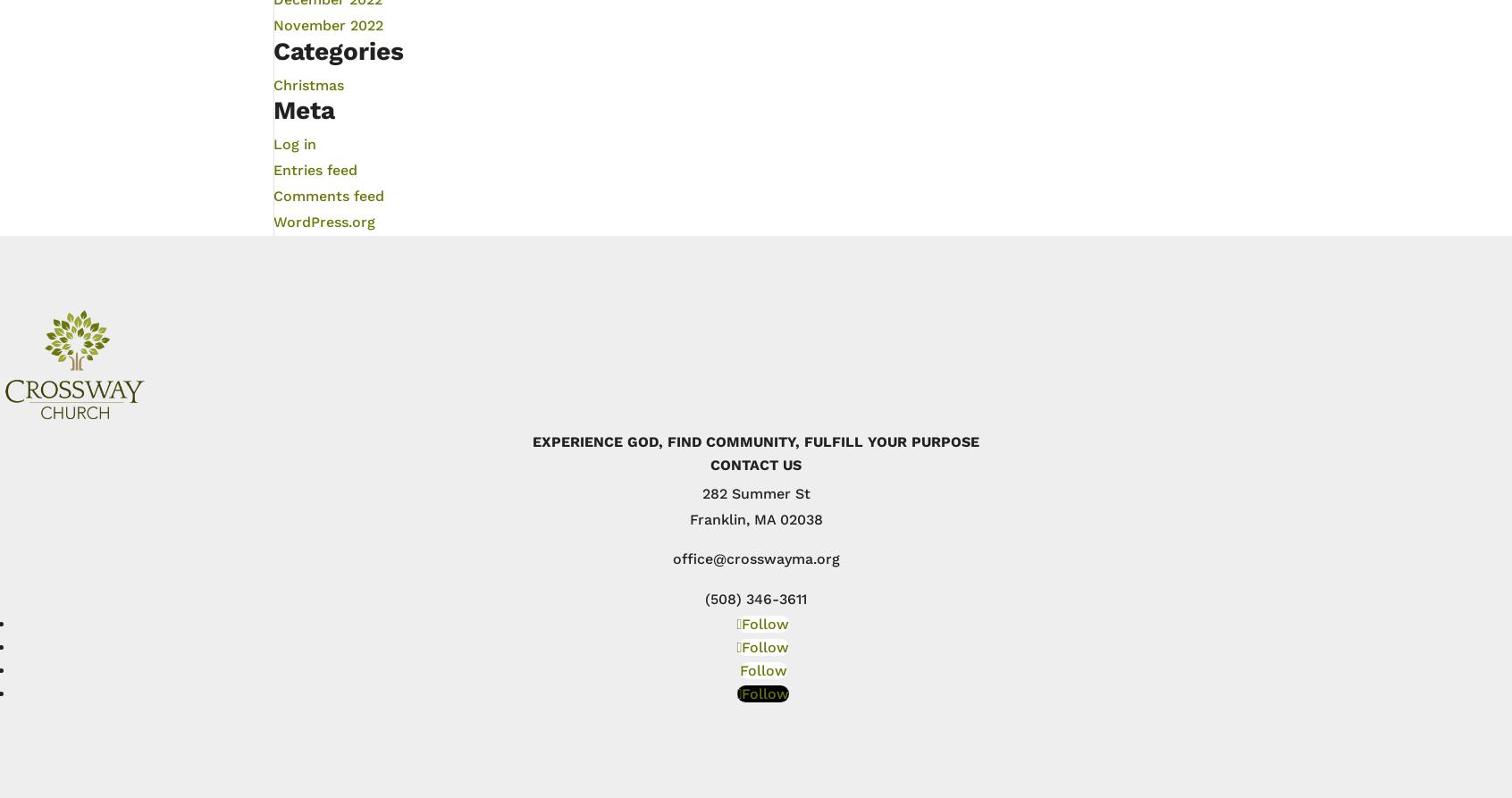  Describe the element at coordinates (756, 440) in the screenshot. I see `'Experience God, Find Community, Fulfill Your Purpose'` at that location.